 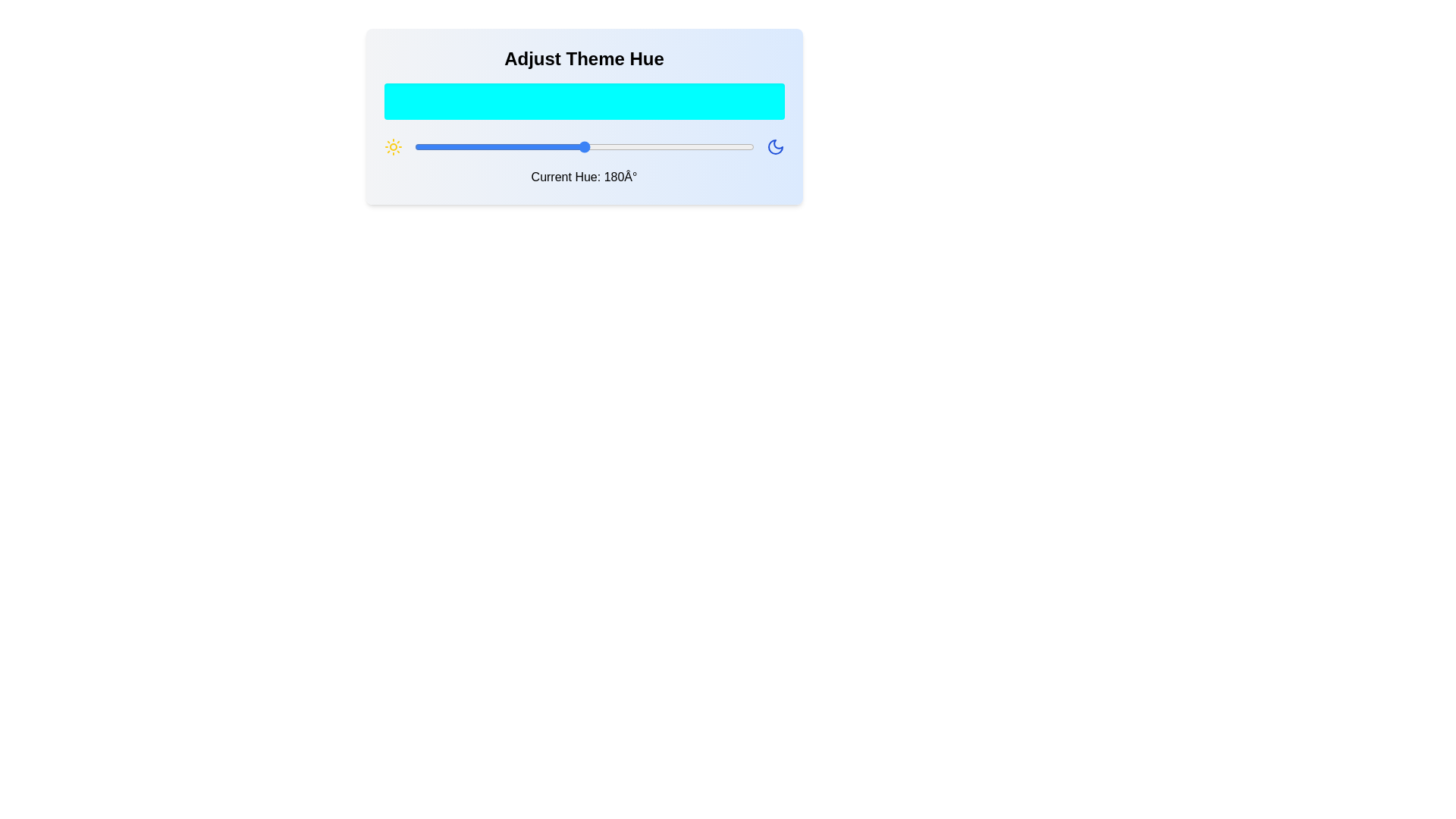 I want to click on the hue to 148 degrees by dragging the slider, so click(x=553, y=146).